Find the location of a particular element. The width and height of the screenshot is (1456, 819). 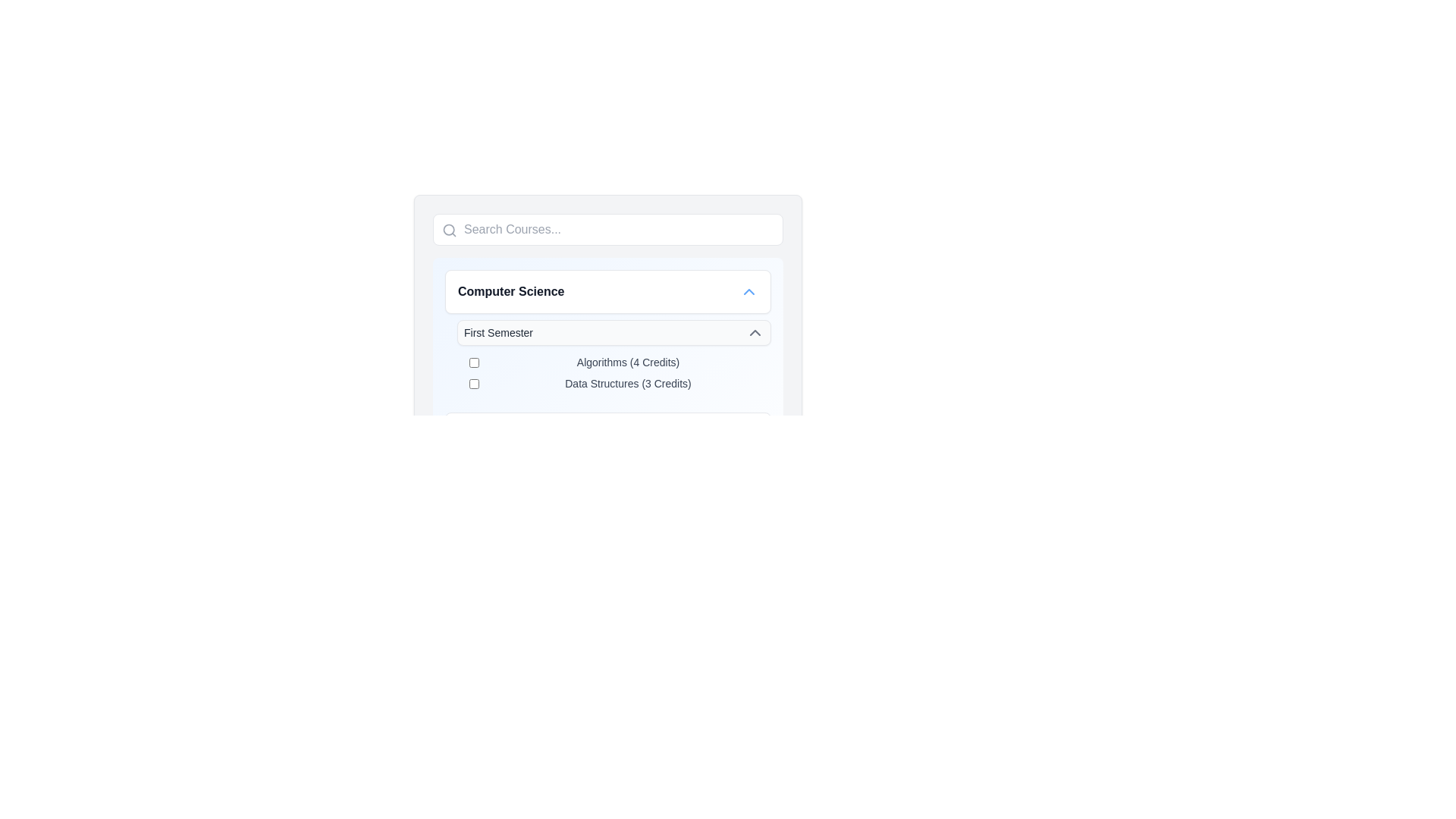

the checkbox for the course 'Algorithms (4 Credits)' located is located at coordinates (473, 362).